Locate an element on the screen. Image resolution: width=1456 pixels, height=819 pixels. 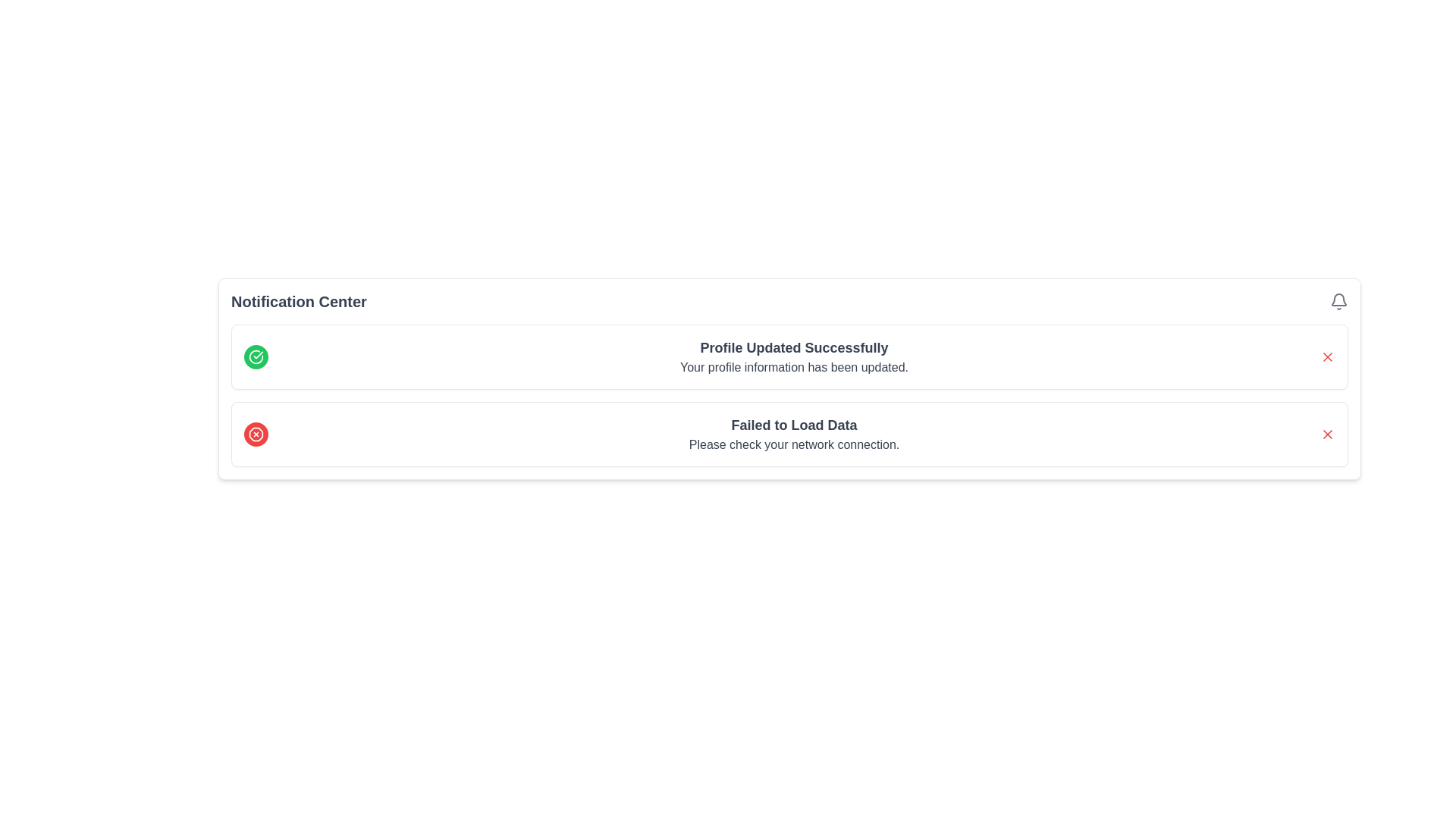
text label that serves as a message headline indicating a failure in data loading, located in the Notification Center above the line 'Please check your network connection.' is located at coordinates (793, 425).